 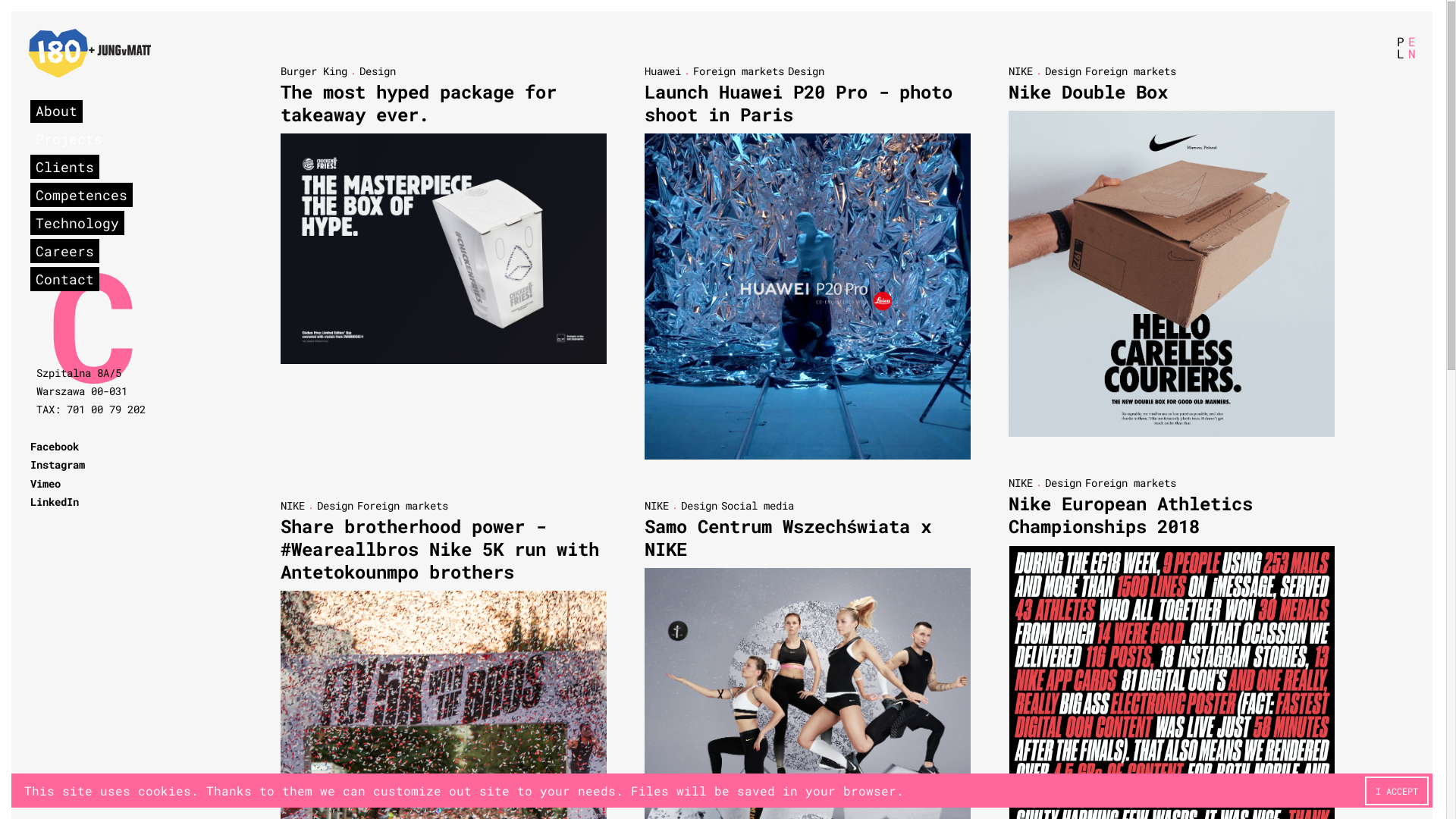 I want to click on 'Instagram', so click(x=58, y=465).